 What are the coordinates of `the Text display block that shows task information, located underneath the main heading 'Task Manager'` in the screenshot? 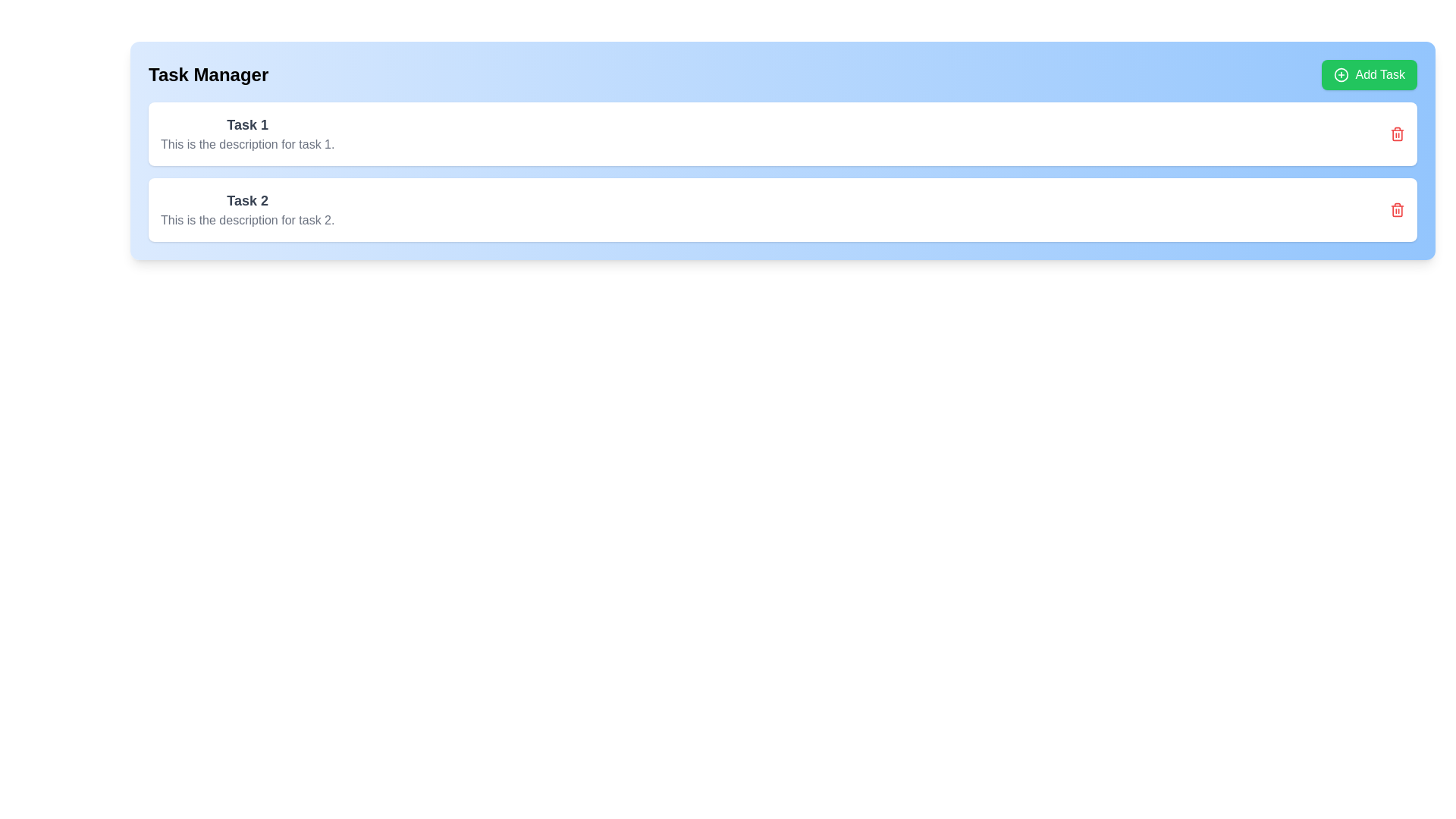 It's located at (247, 133).